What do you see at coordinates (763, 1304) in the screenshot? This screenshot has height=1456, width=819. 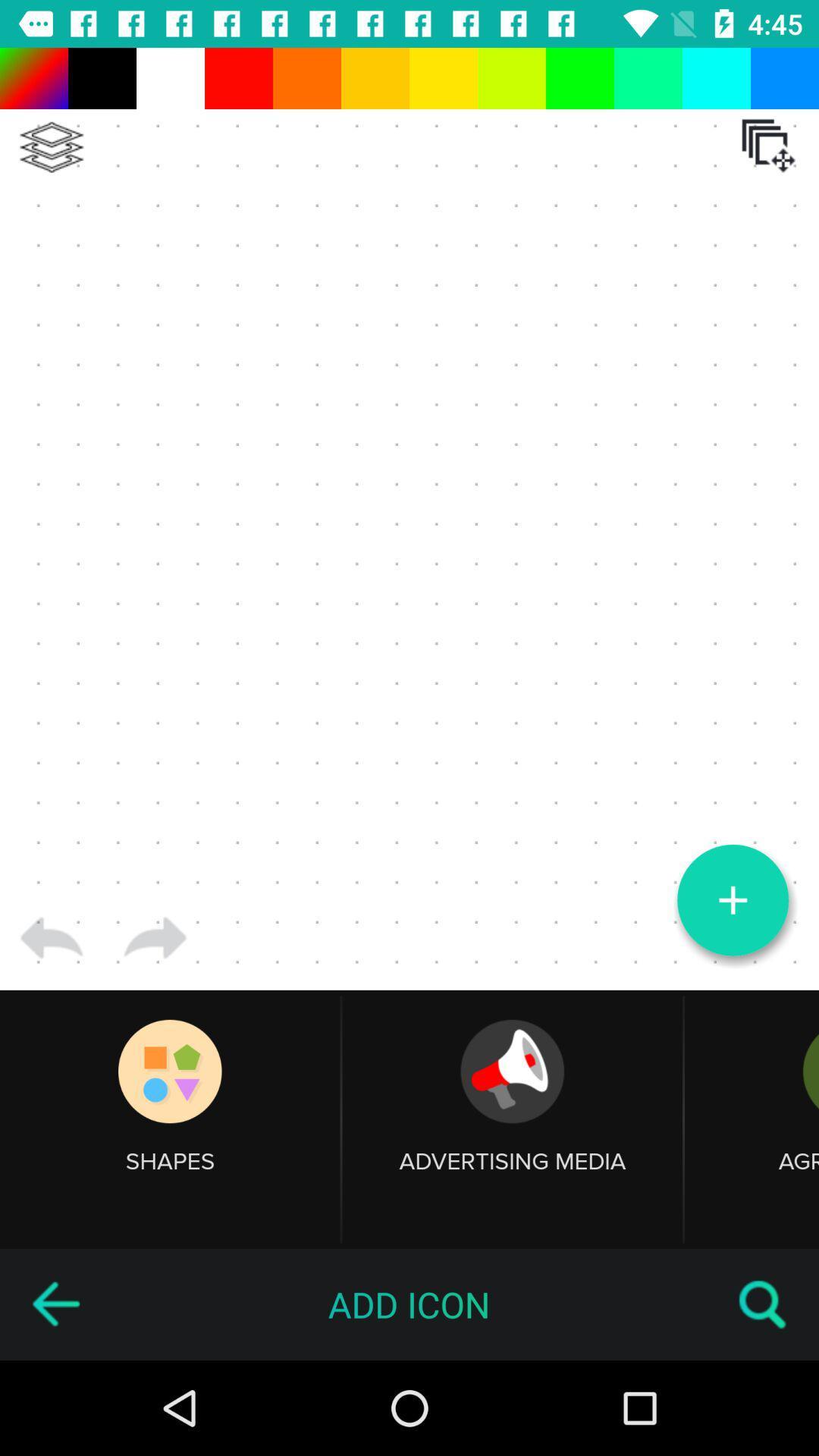 I see `the item next to add icon icon` at bounding box center [763, 1304].